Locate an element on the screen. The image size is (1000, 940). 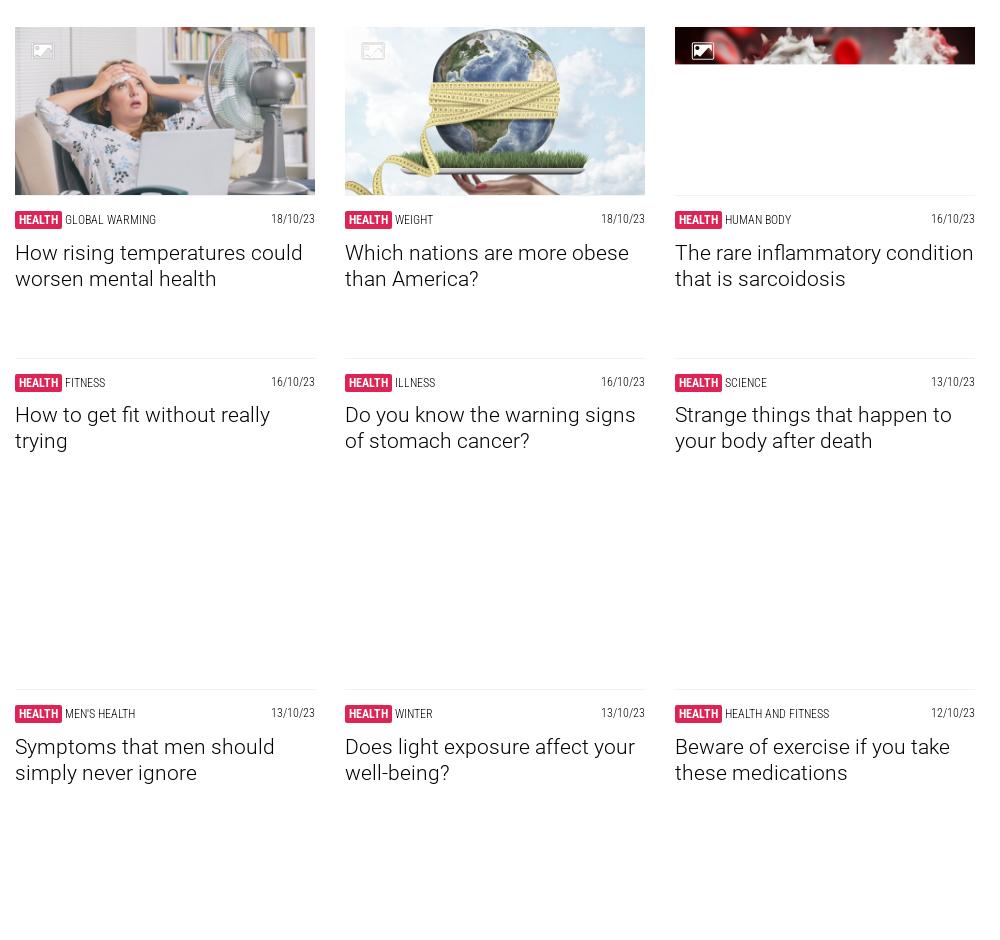
'Illness' is located at coordinates (415, 551).